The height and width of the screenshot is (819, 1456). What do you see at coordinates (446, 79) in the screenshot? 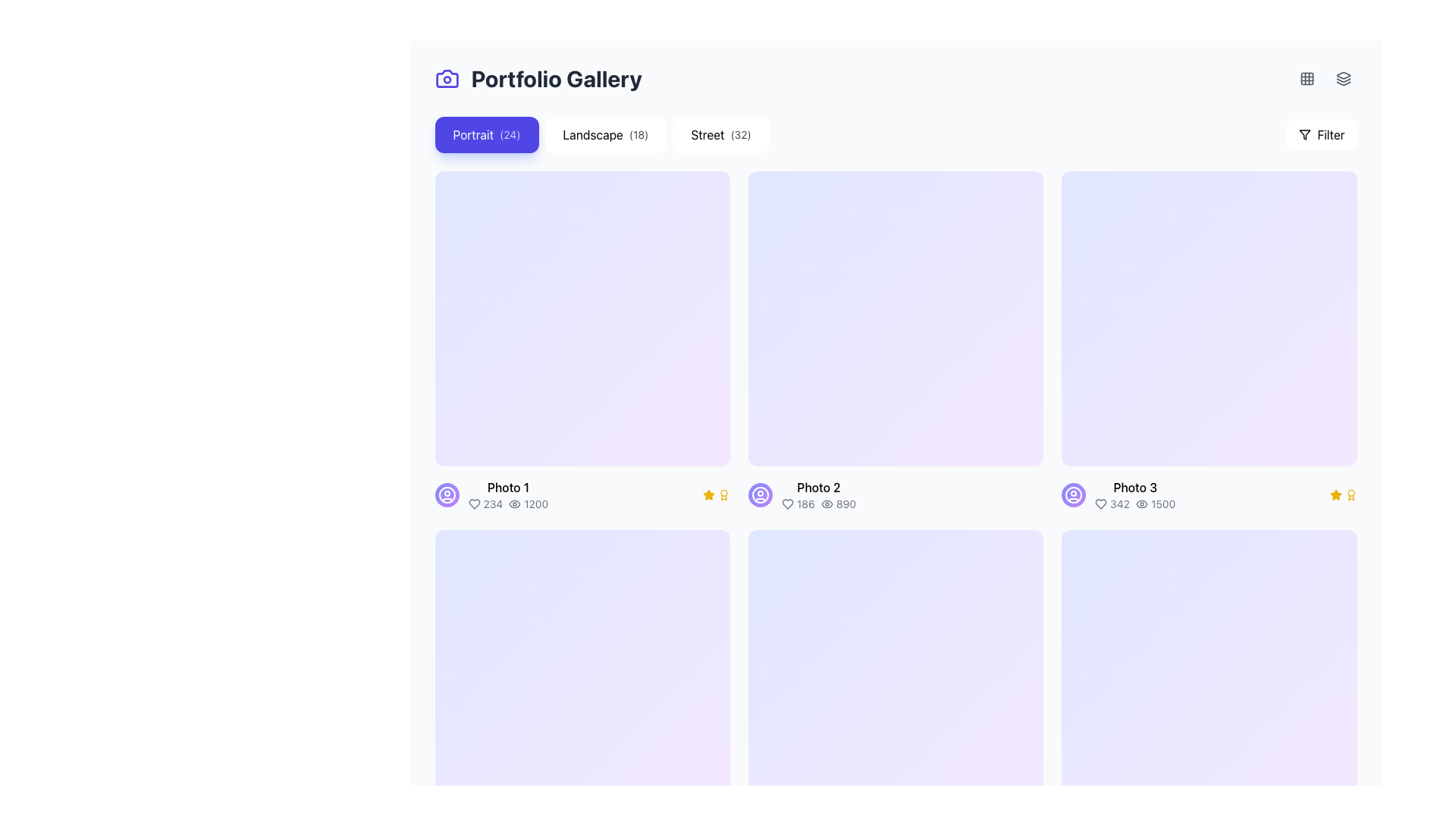
I see `the camera icon component, which is part of a larger camera icon, located near the top-left corner of the interface, styled with a bold blue outline` at bounding box center [446, 79].